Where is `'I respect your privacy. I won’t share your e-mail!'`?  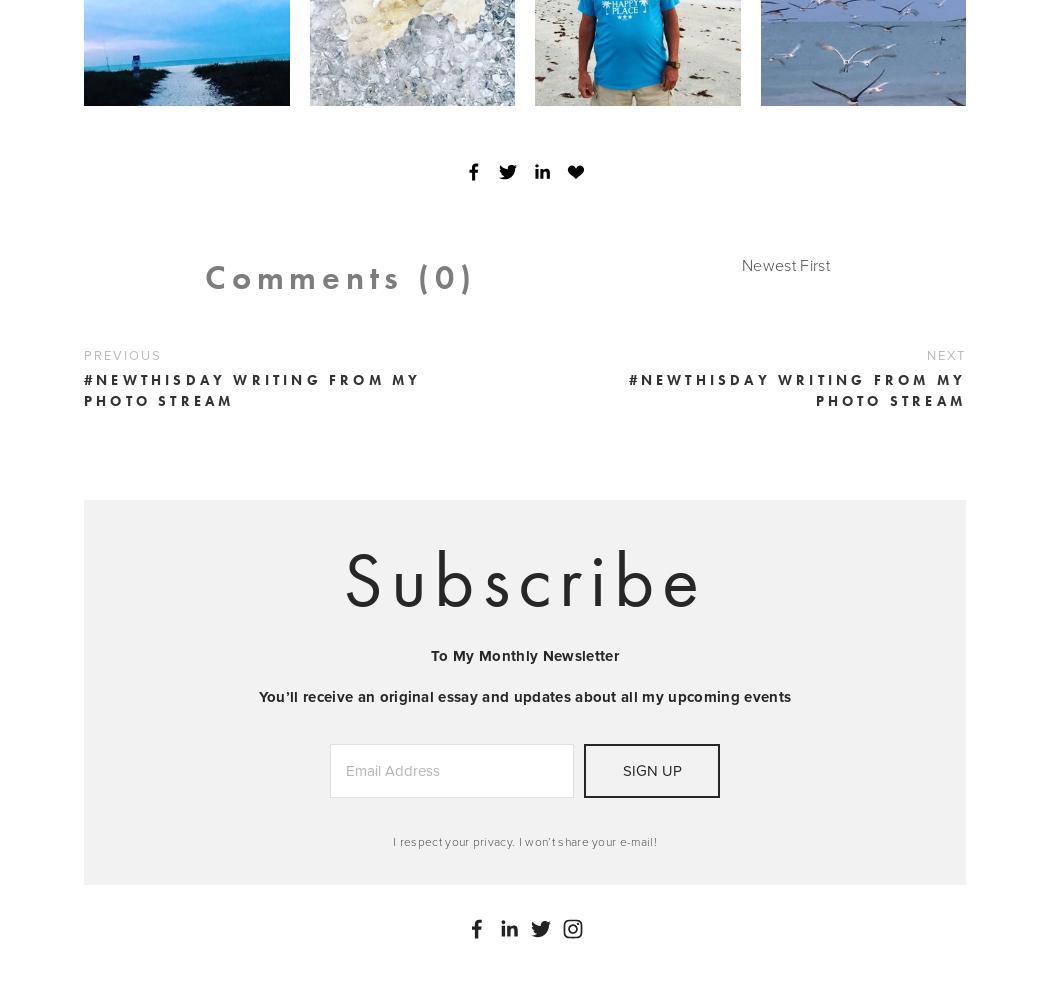 'I respect your privacy. I won’t share your e-mail!' is located at coordinates (525, 839).